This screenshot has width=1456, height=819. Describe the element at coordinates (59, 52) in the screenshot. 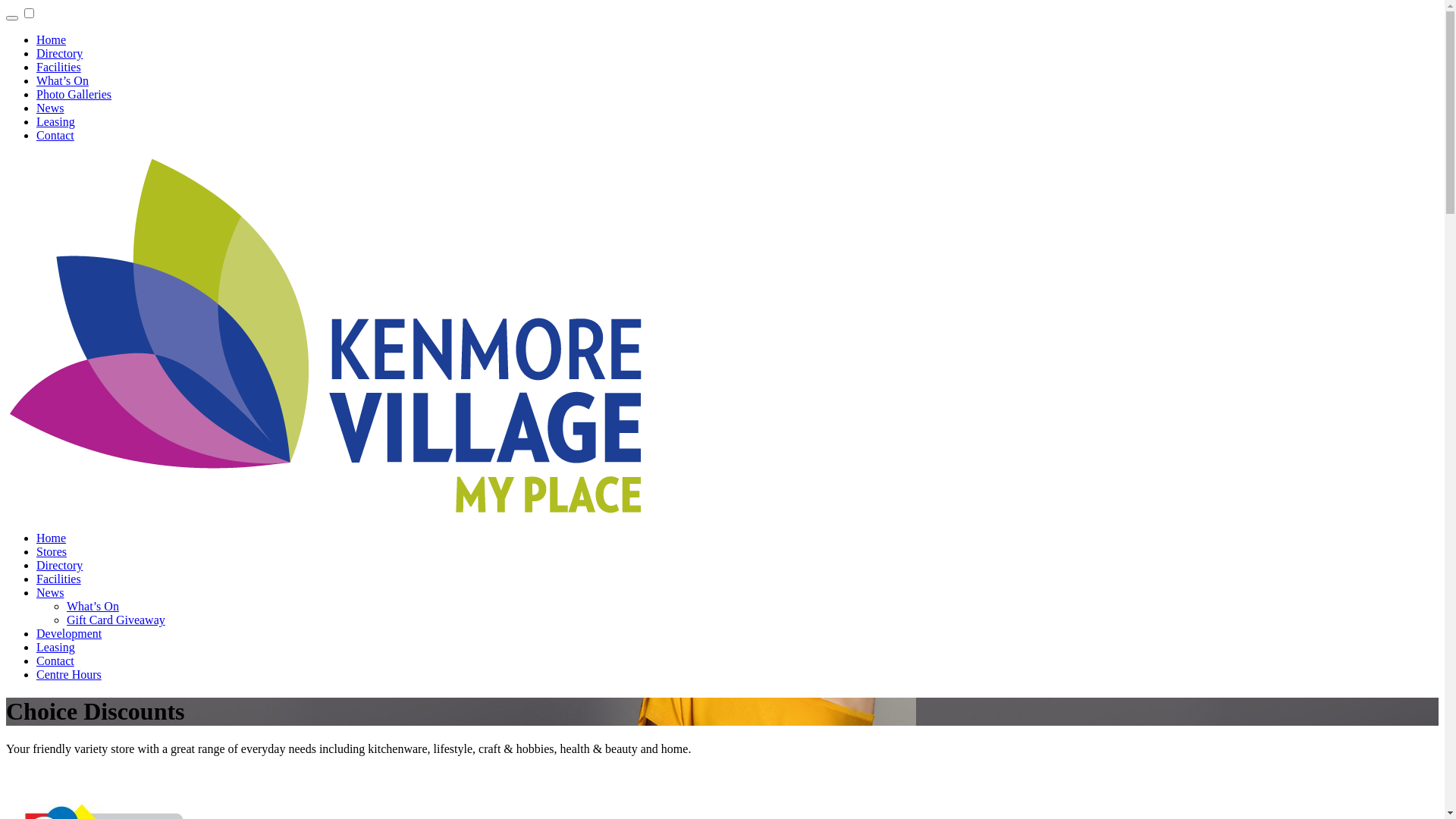

I see `'Directory'` at that location.